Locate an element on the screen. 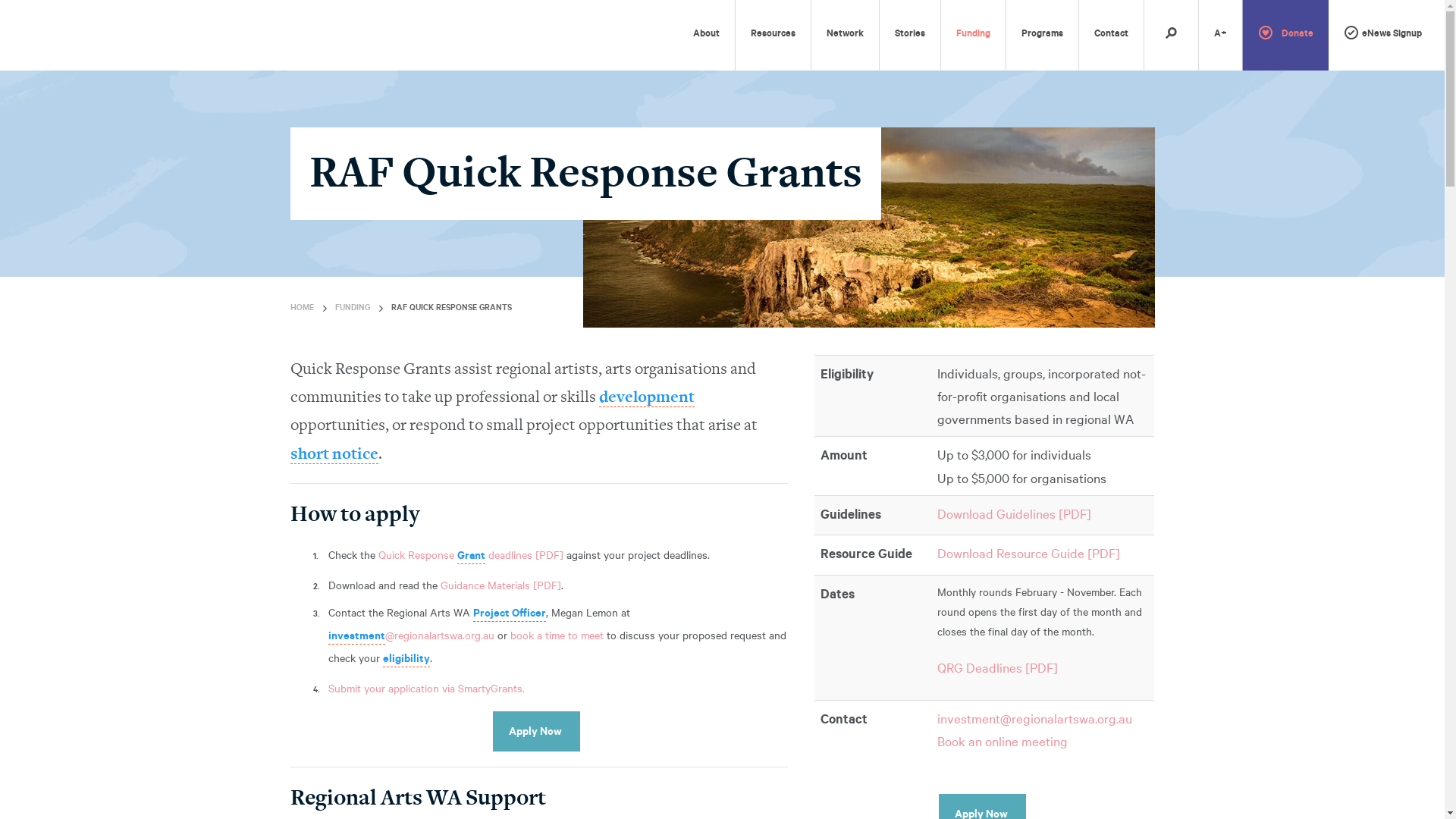 The height and width of the screenshot is (819, 1456). 'Donate' is located at coordinates (1285, 34).